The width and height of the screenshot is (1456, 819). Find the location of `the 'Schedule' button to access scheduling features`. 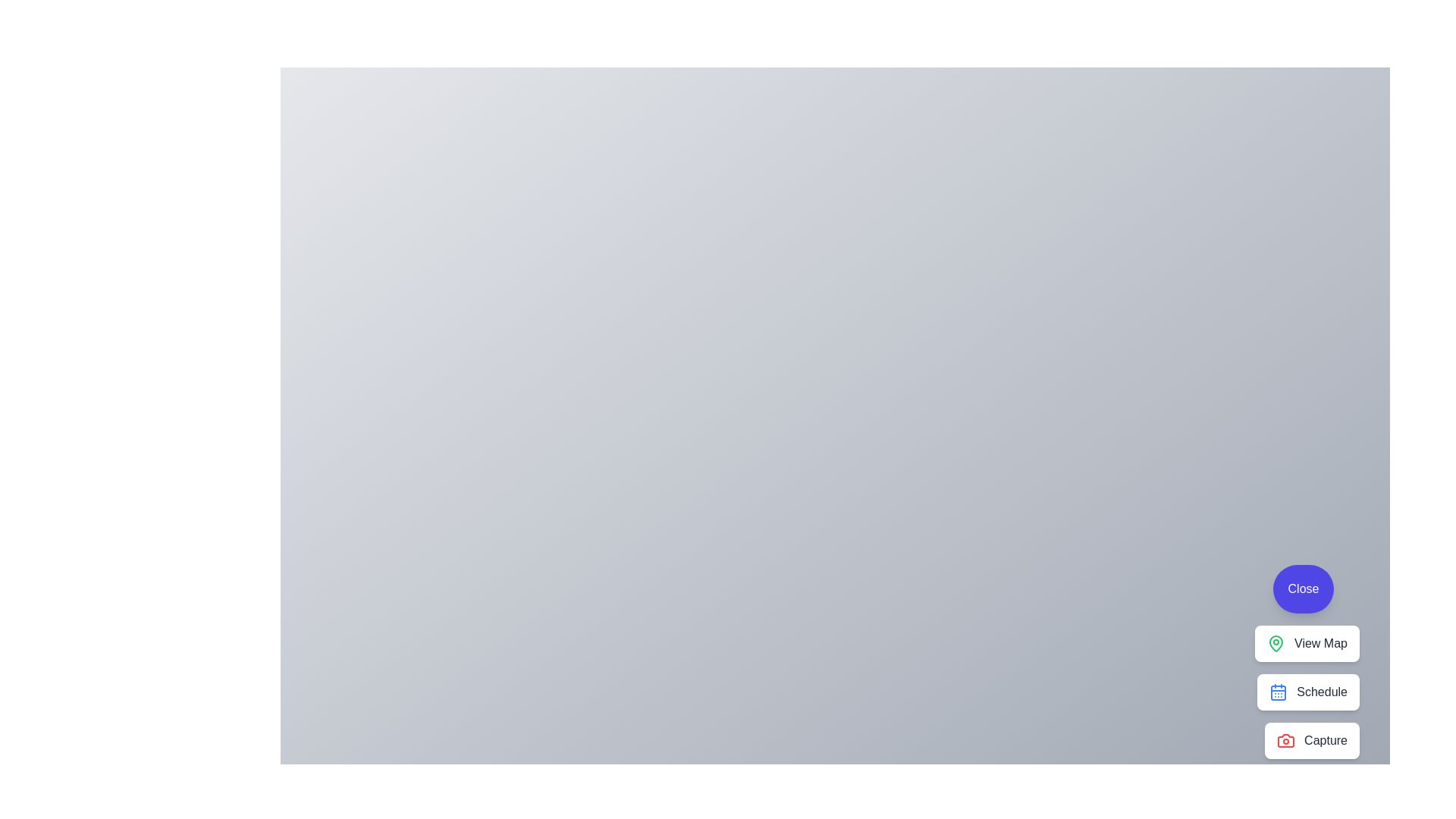

the 'Schedule' button to access scheduling features is located at coordinates (1307, 692).